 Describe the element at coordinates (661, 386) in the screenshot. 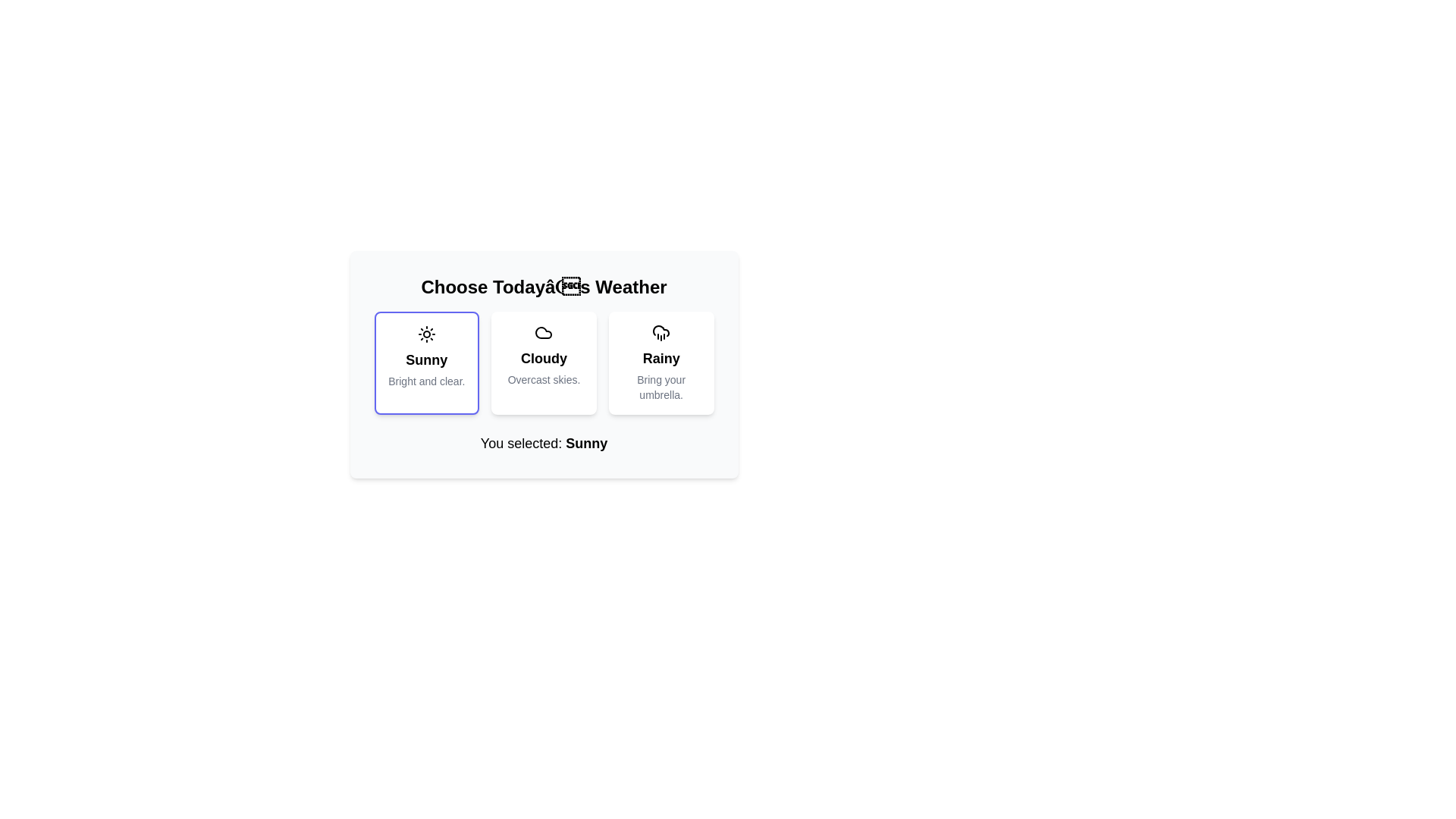

I see `text content of the descriptive label located below the title of the 'Rainy' card, which suggests carrying an umbrella in rainy weather` at that location.